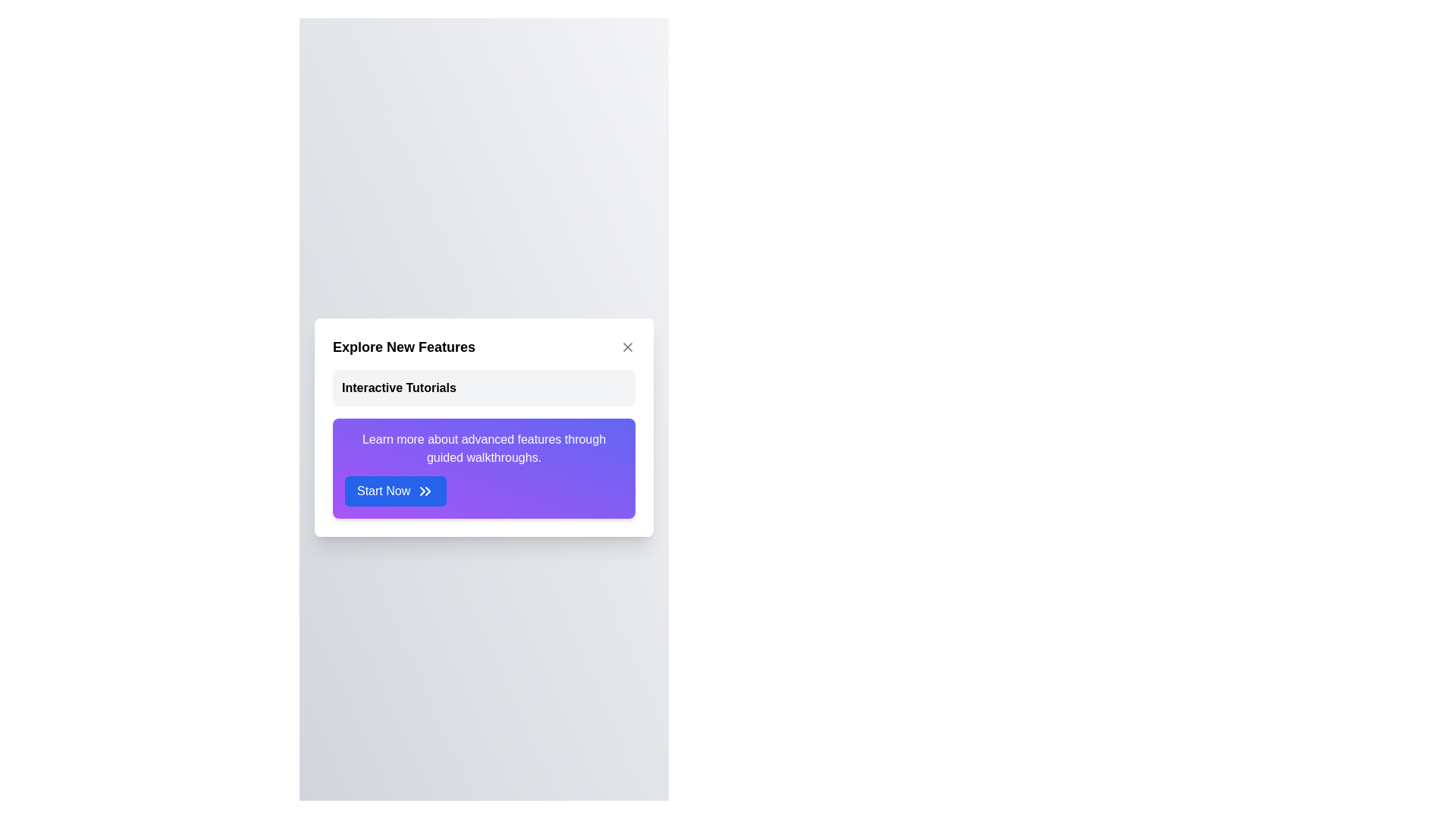 This screenshot has width=1456, height=819. I want to click on the call-to-action button located at the bottom-left corner of the purple gradient box, so click(396, 491).